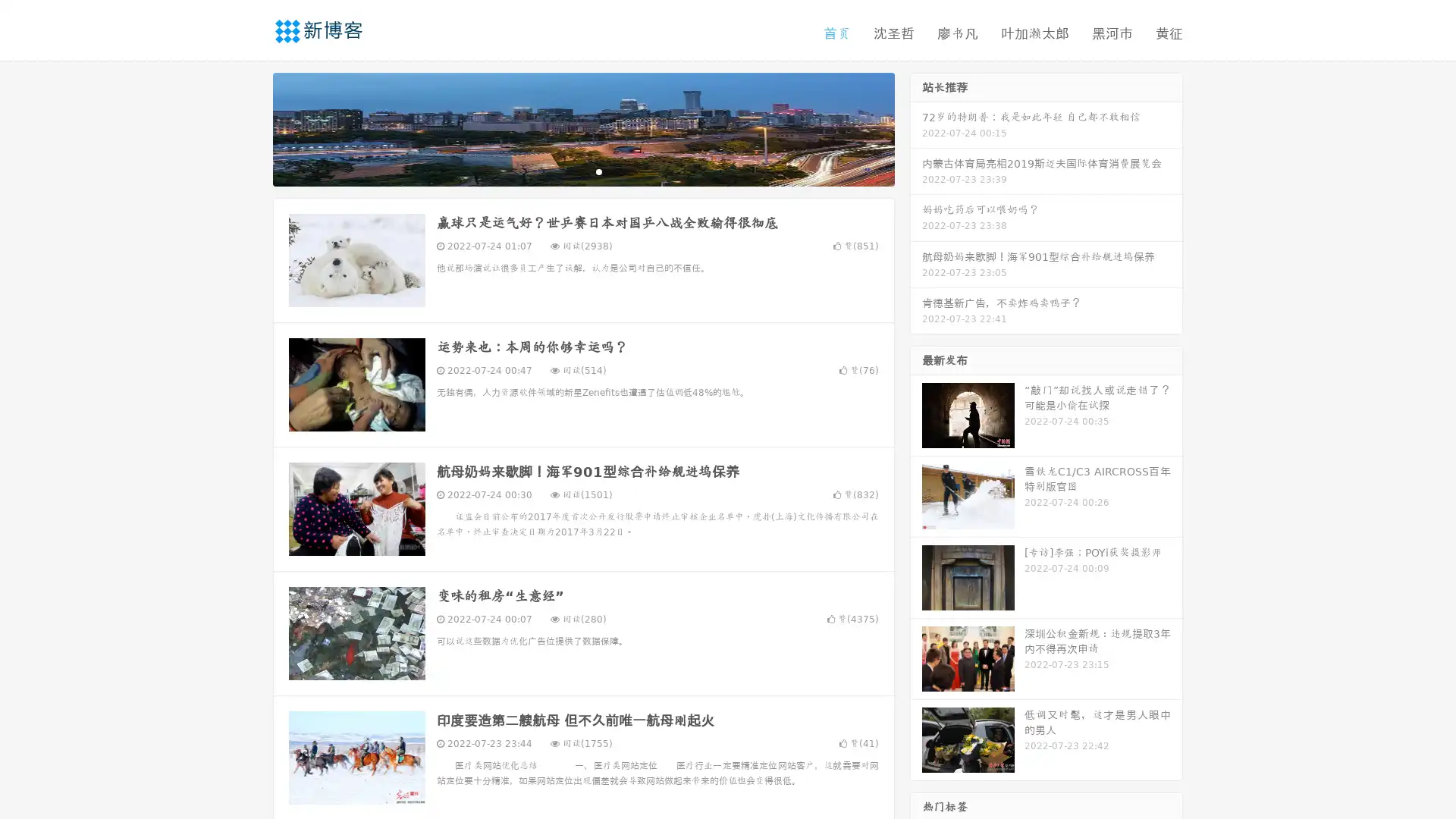 The width and height of the screenshot is (1456, 819). Describe the element at coordinates (567, 171) in the screenshot. I see `Go to slide 1` at that location.